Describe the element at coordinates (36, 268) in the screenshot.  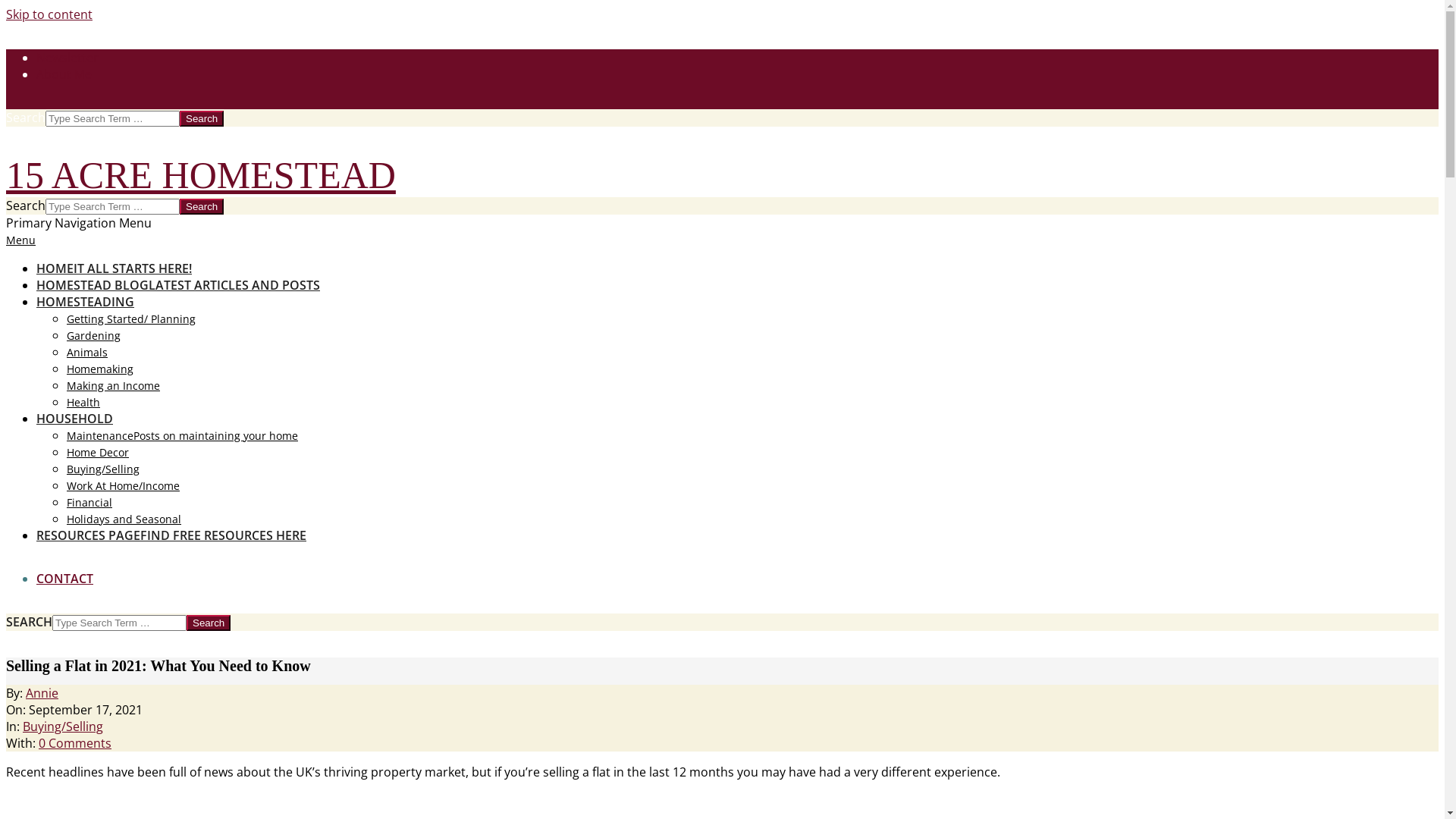
I see `'HOMEIT ALL STARTS HERE!'` at that location.